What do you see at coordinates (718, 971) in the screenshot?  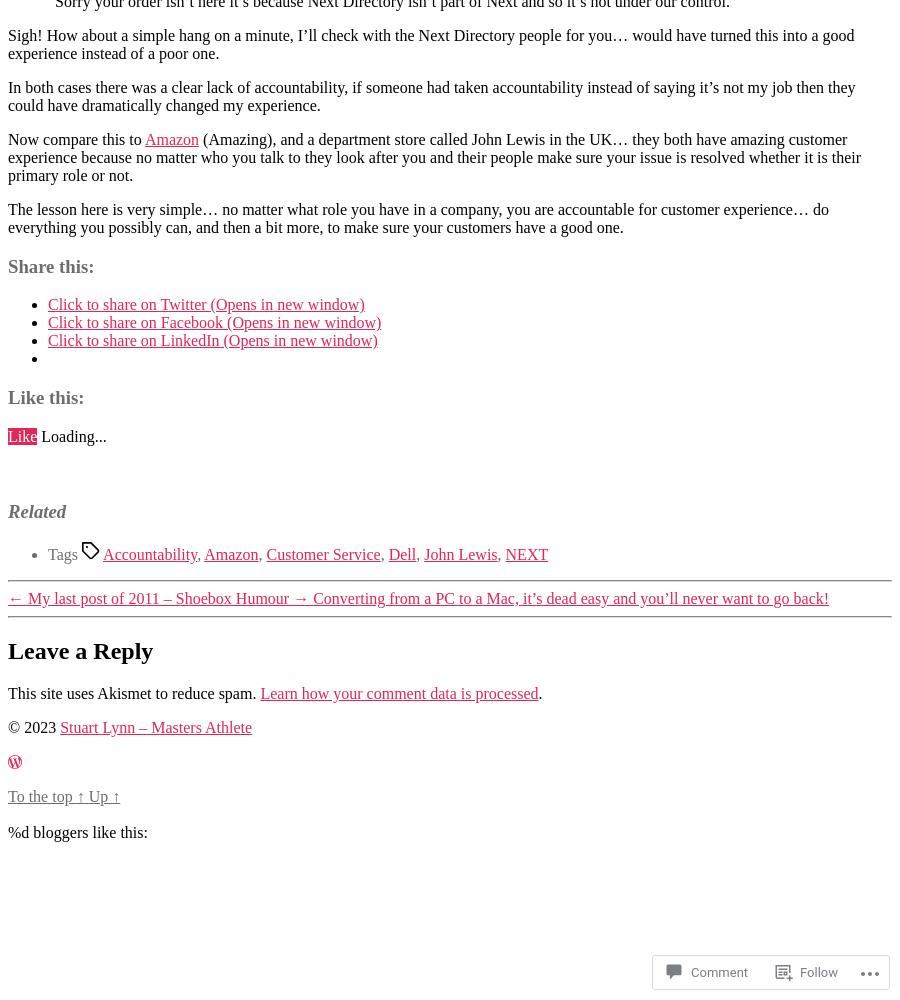 I see `'Comment'` at bounding box center [718, 971].